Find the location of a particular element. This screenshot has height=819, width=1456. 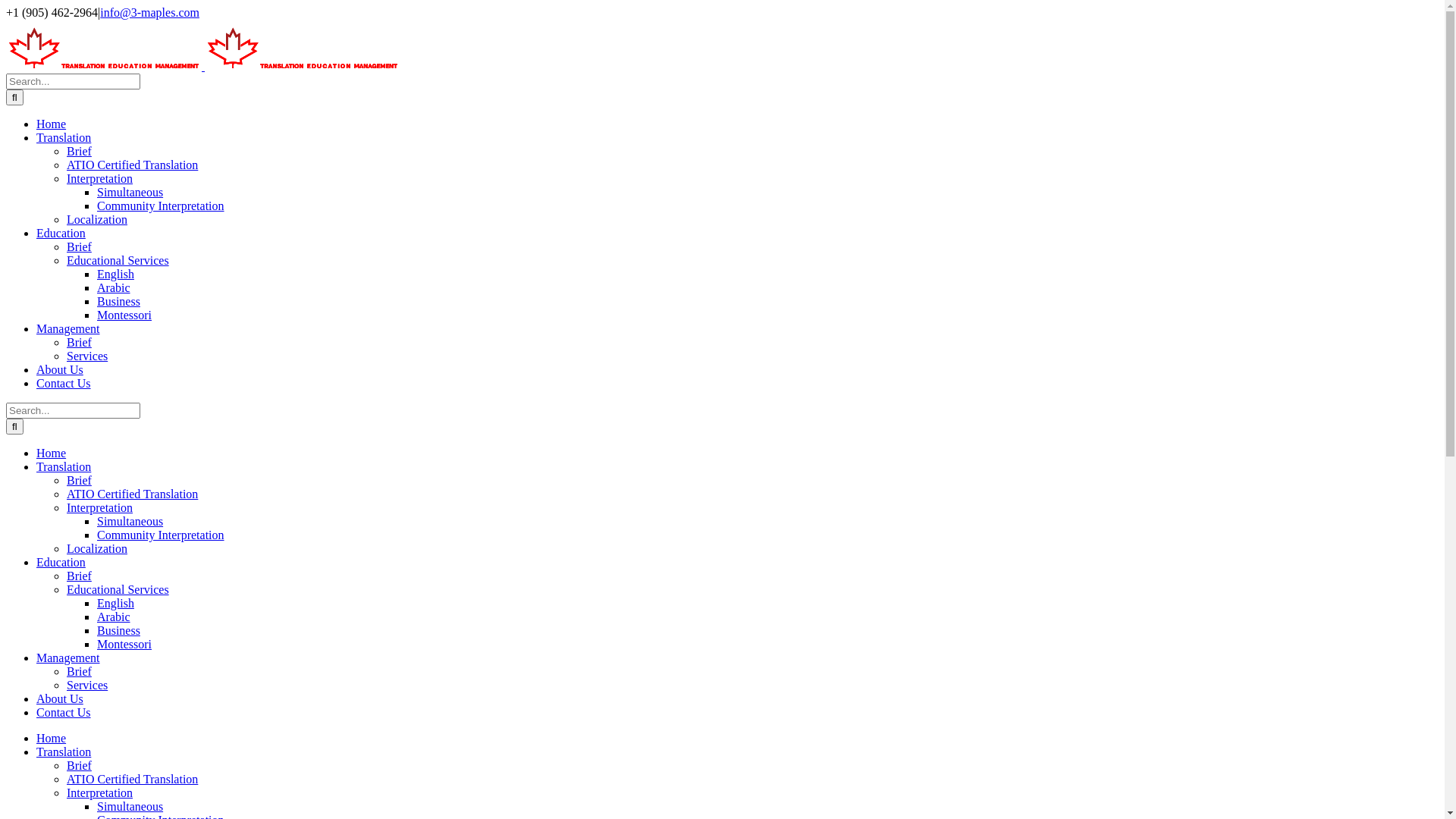

'Management' is located at coordinates (67, 657).